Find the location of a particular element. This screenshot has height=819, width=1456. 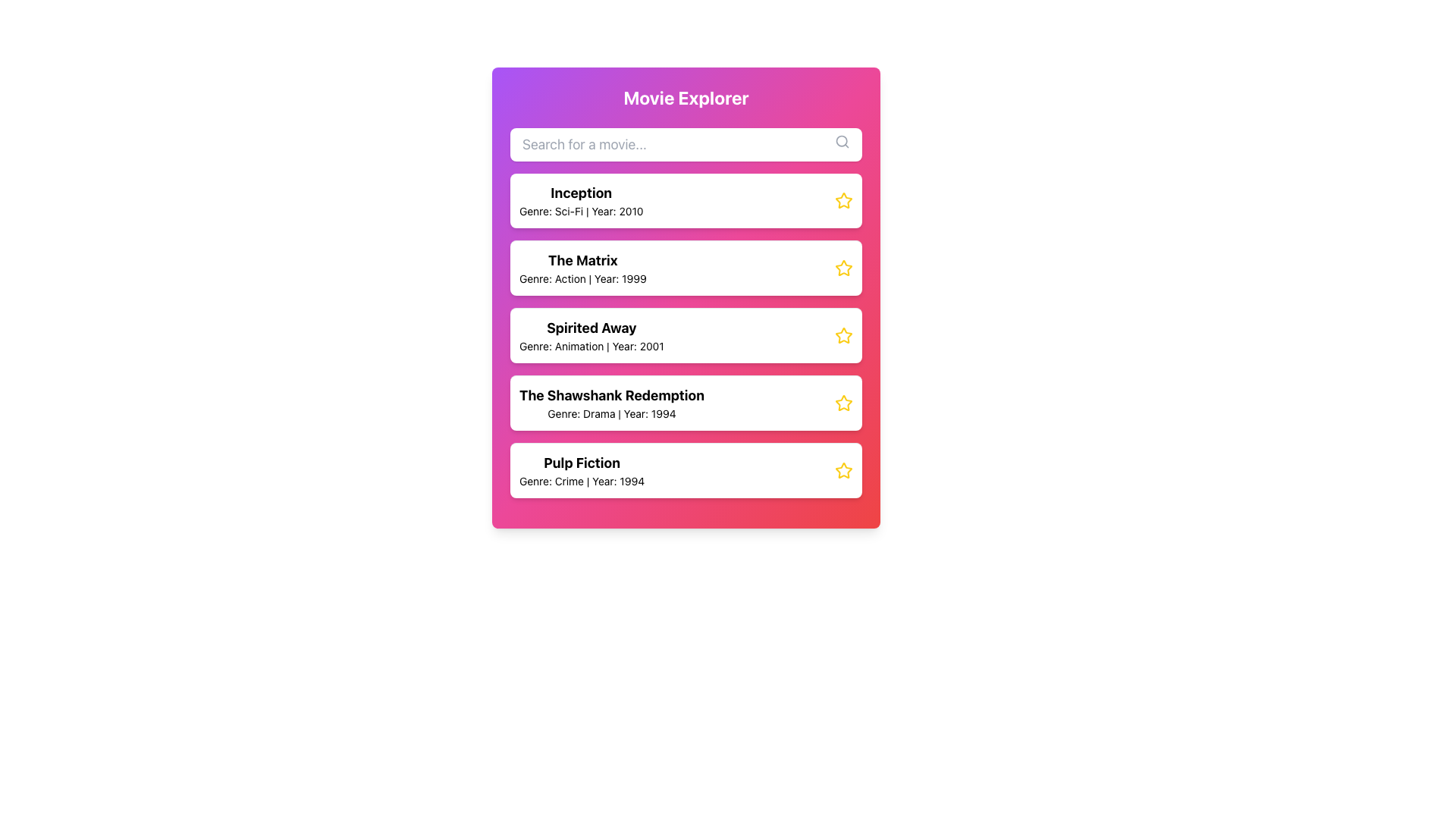

the static text element that provides details about the movie 'Spirited Away', specifically the genre and release year, which is positioned directly below the title is located at coordinates (591, 346).